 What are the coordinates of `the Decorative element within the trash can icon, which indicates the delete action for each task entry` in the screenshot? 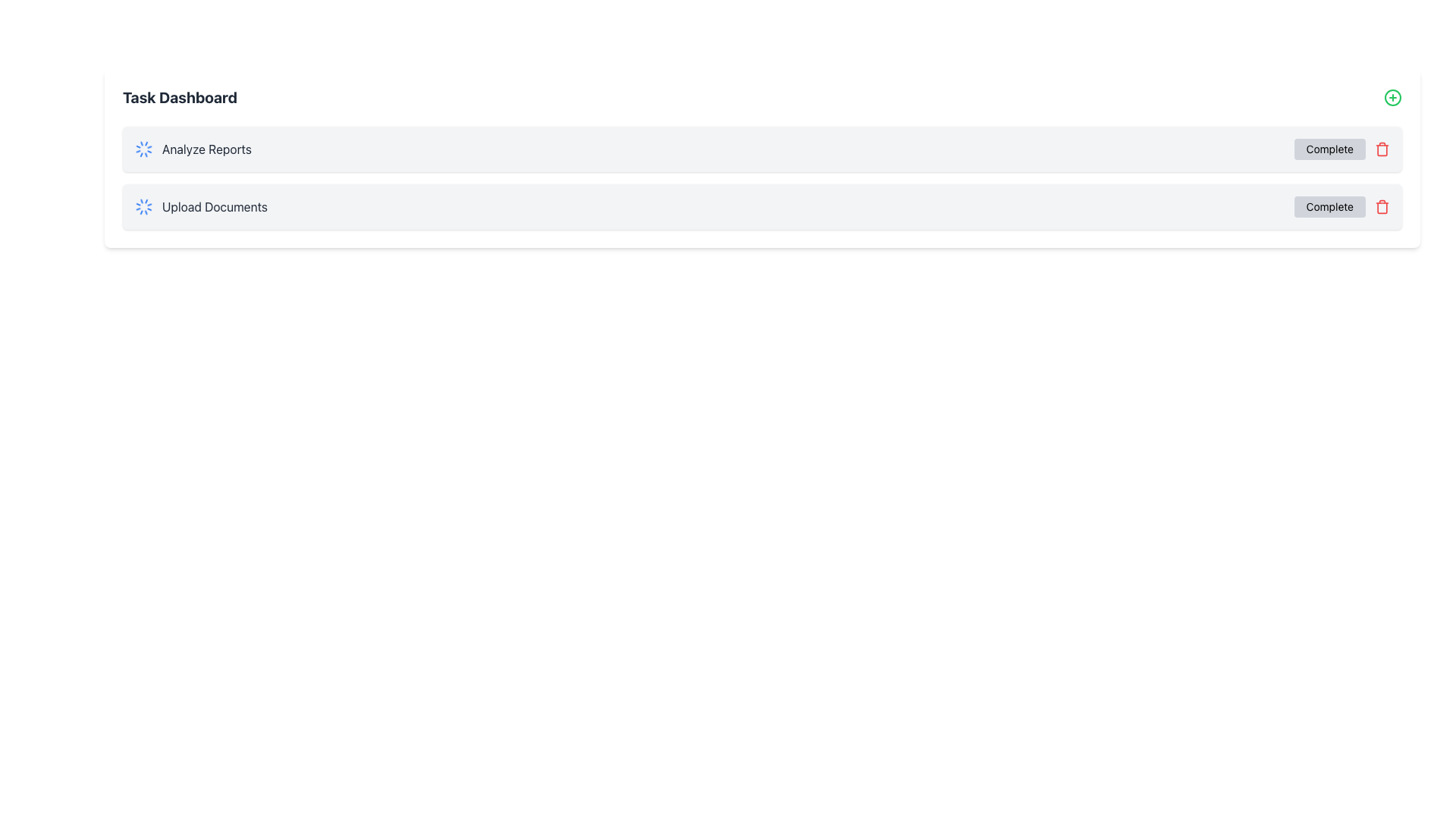 It's located at (1382, 149).